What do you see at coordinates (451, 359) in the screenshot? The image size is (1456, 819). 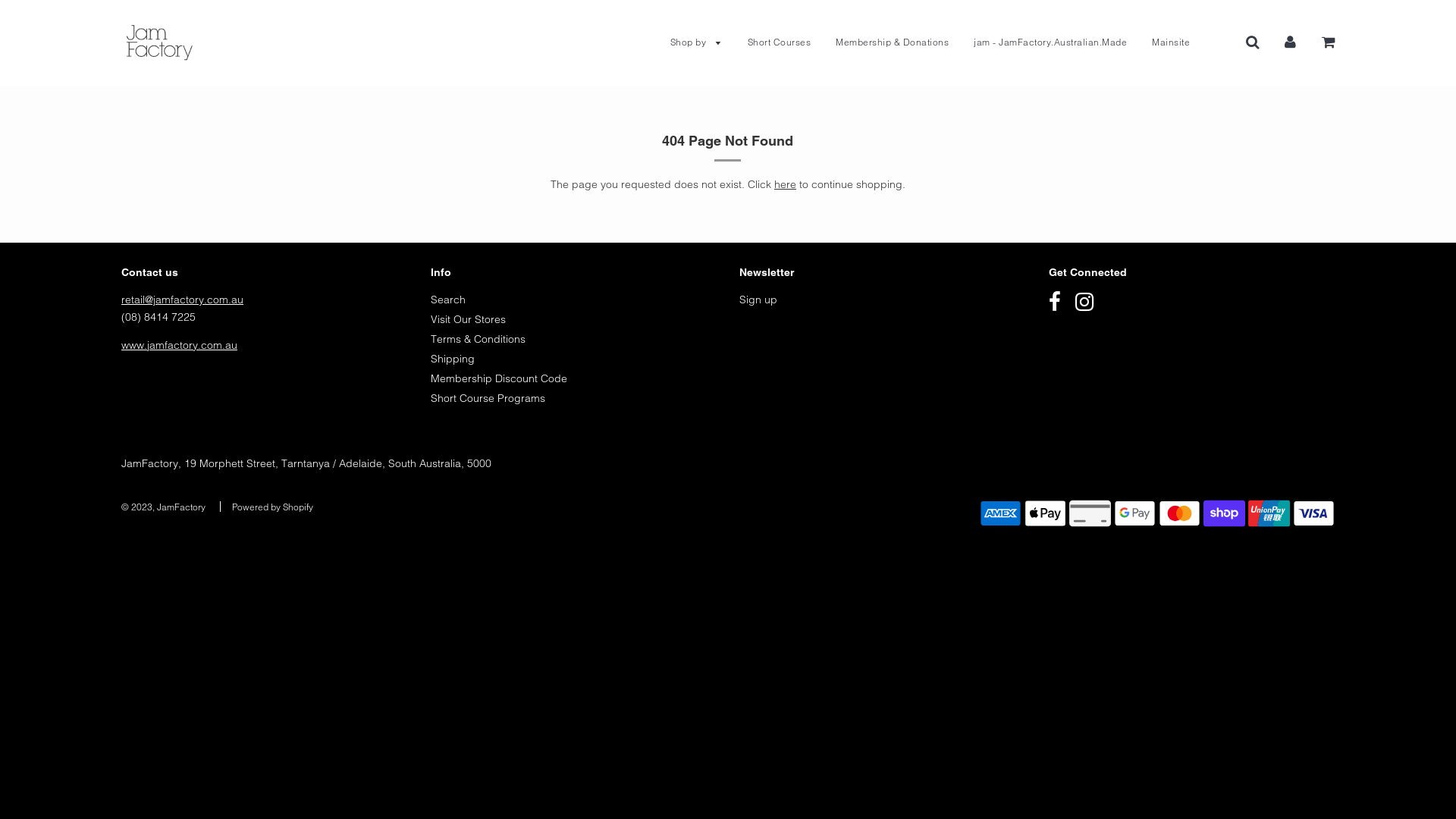 I see `'Shipping'` at bounding box center [451, 359].